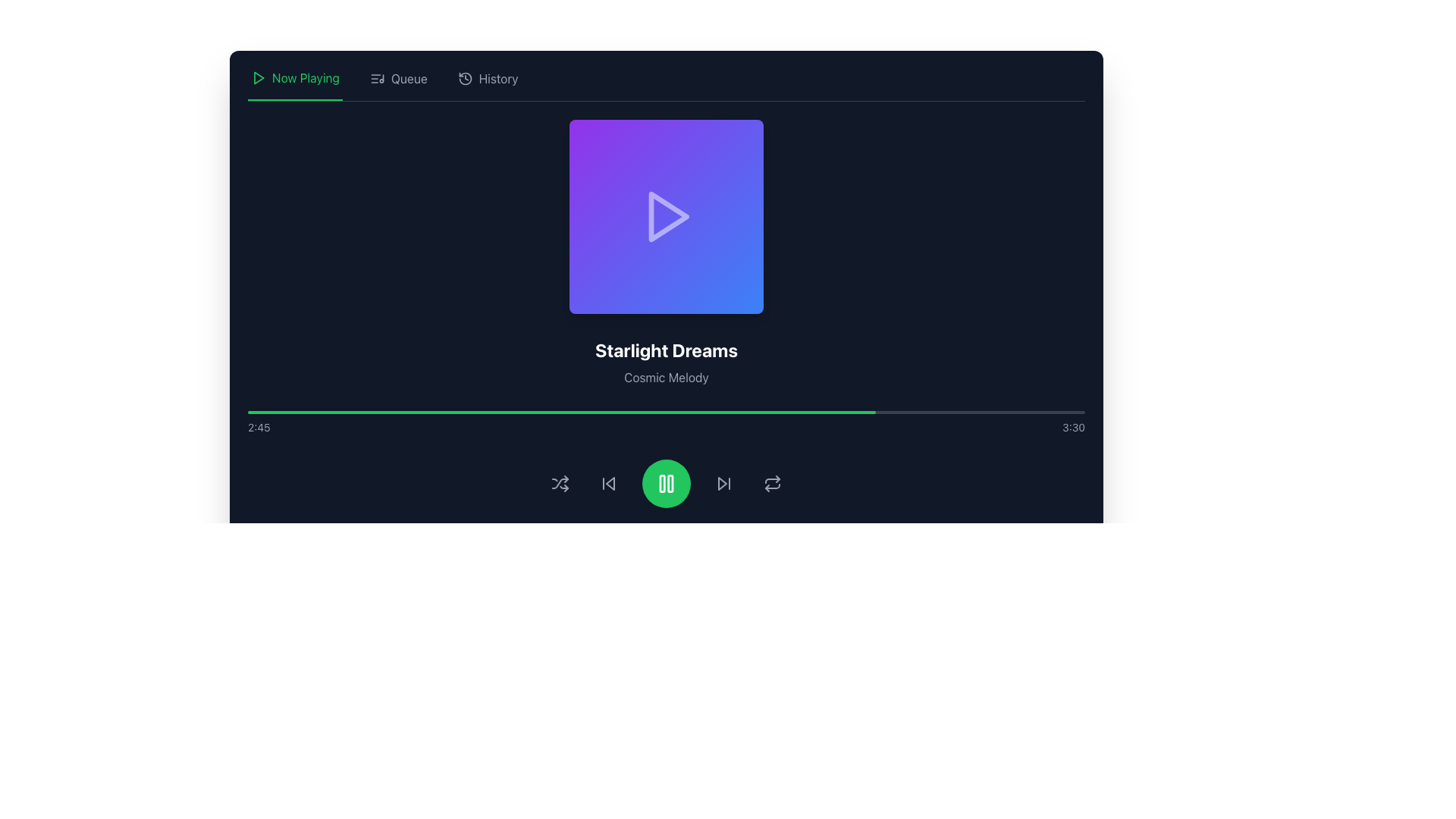  What do you see at coordinates (498, 79) in the screenshot?
I see `the 'History' text label in the top navigation bar, located to the right of the 'Queue' item` at bounding box center [498, 79].